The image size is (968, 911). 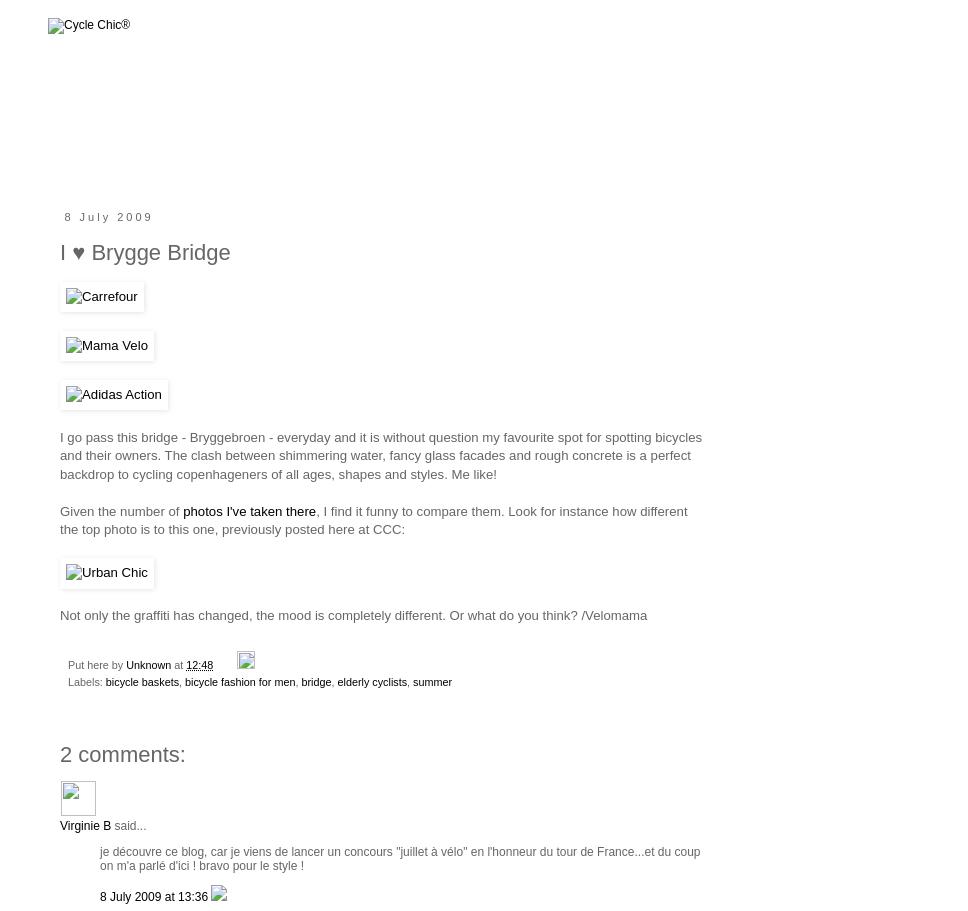 What do you see at coordinates (398, 858) in the screenshot?
I see `'je découvre ce blog, car je viens de lancer un concours "juillet à vélo" en l'honneur du tour de France...et du coup on m'a parlé d'ici ! bravo pour le style !'` at bounding box center [398, 858].